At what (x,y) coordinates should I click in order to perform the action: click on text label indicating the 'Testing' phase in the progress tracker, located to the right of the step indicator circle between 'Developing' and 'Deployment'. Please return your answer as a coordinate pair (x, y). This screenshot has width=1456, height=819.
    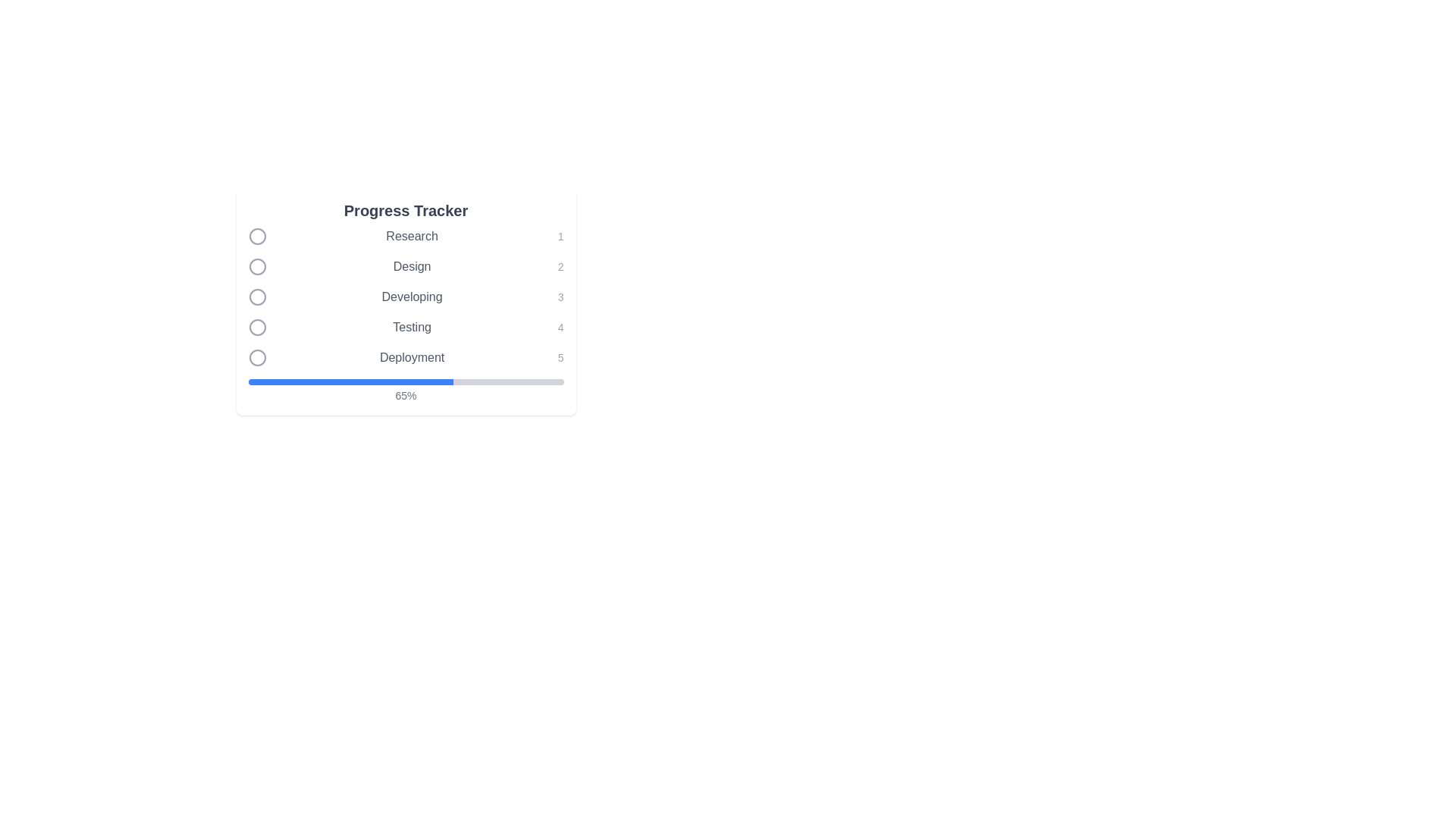
    Looking at the image, I should click on (412, 327).